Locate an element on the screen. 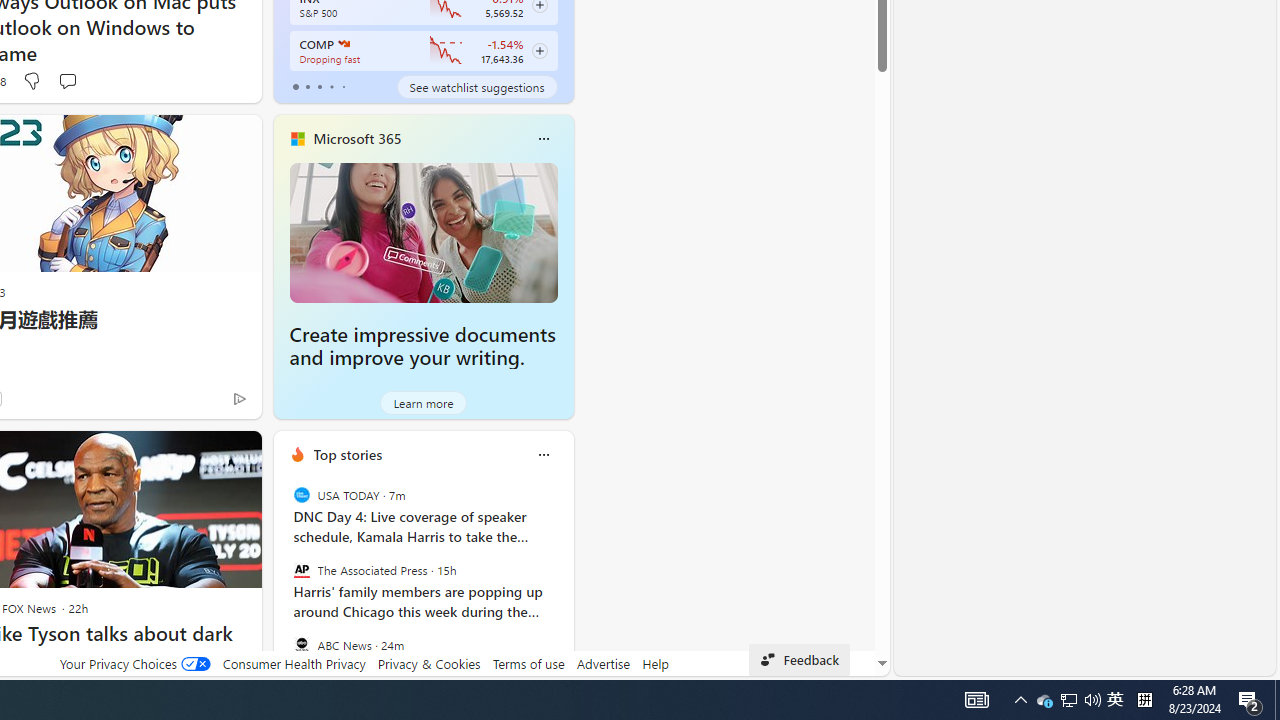 This screenshot has height=720, width=1280. 'tab-2' is located at coordinates (320, 86).